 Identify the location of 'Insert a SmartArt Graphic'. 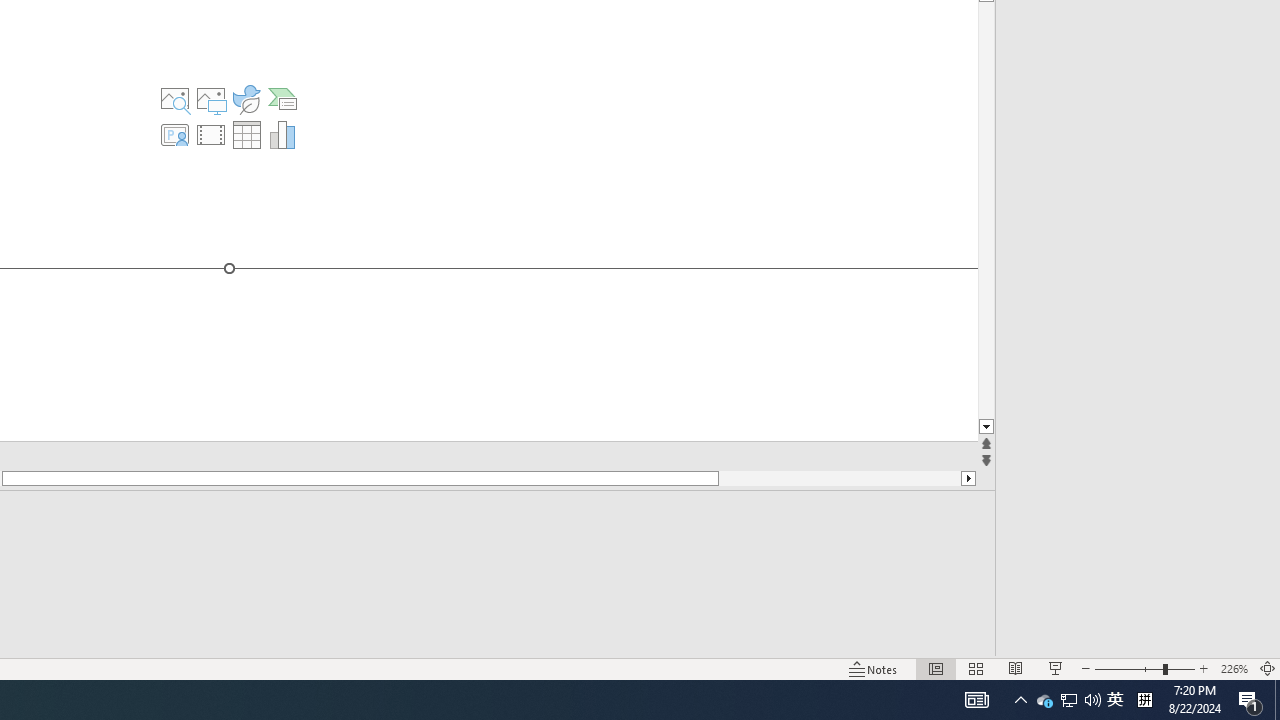
(282, 99).